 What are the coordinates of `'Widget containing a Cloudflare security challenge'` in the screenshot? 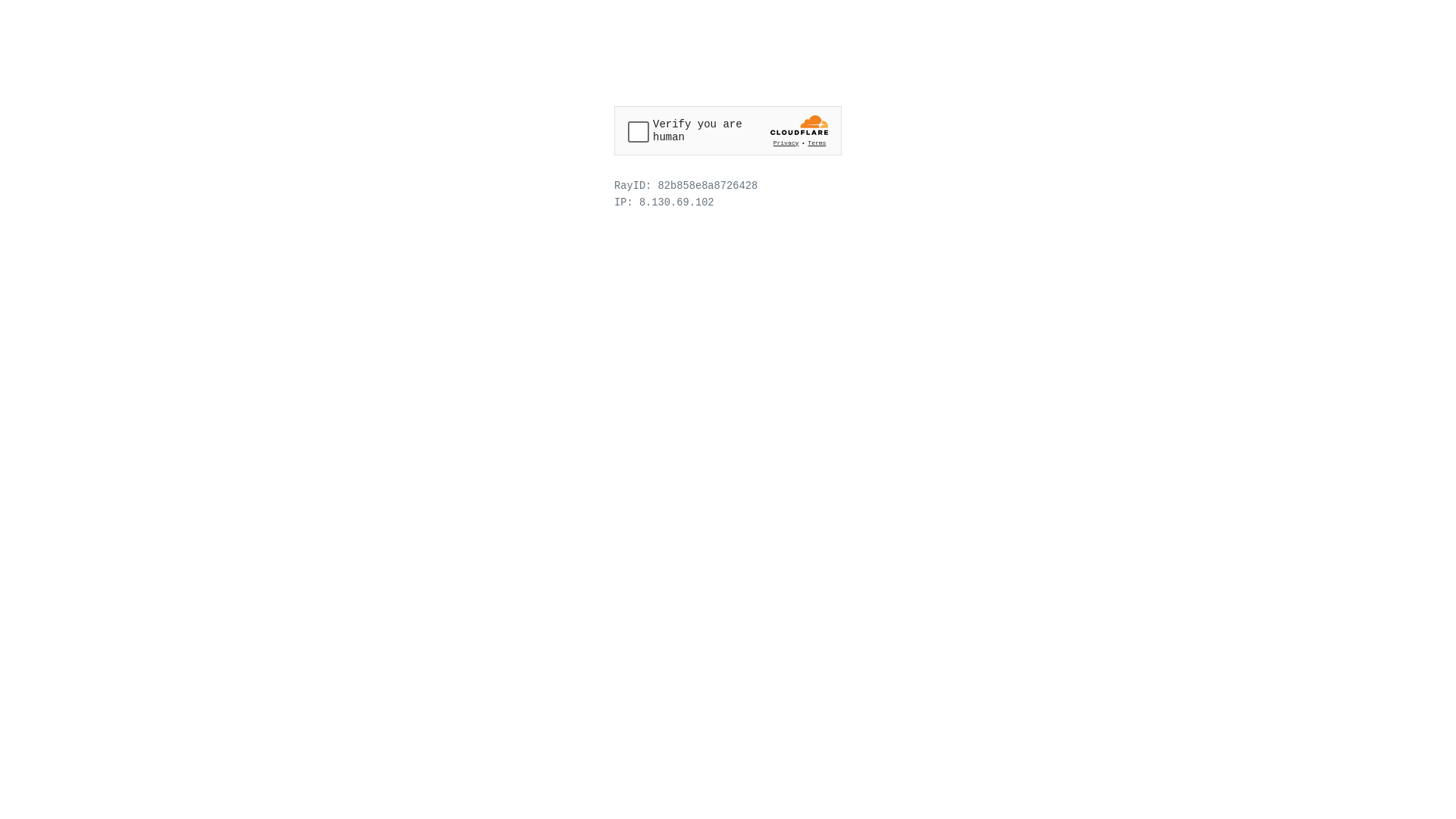 It's located at (728, 130).